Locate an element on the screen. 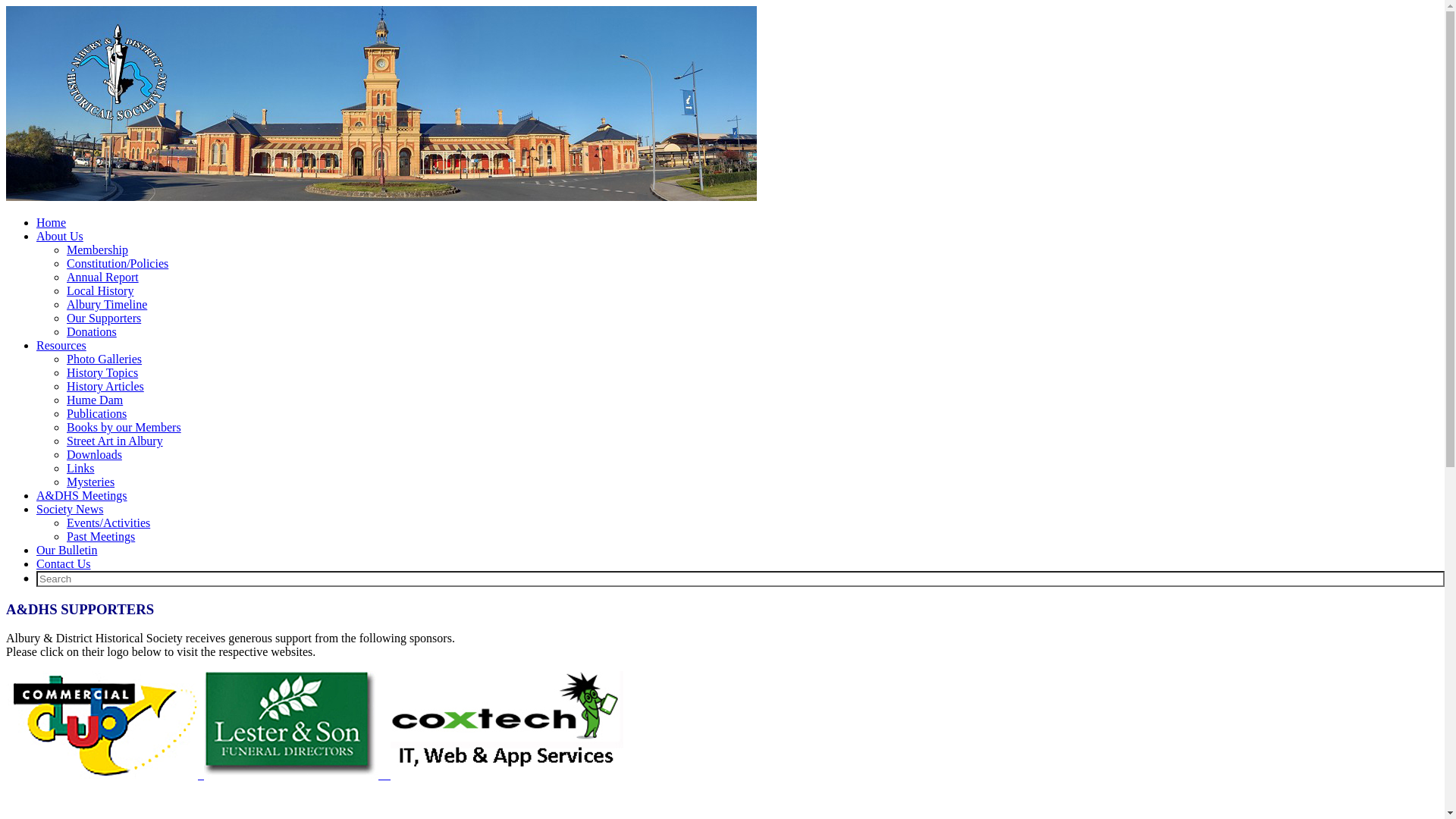 Image resolution: width=1456 pixels, height=819 pixels. 'Street Art in Albury' is located at coordinates (65, 441).